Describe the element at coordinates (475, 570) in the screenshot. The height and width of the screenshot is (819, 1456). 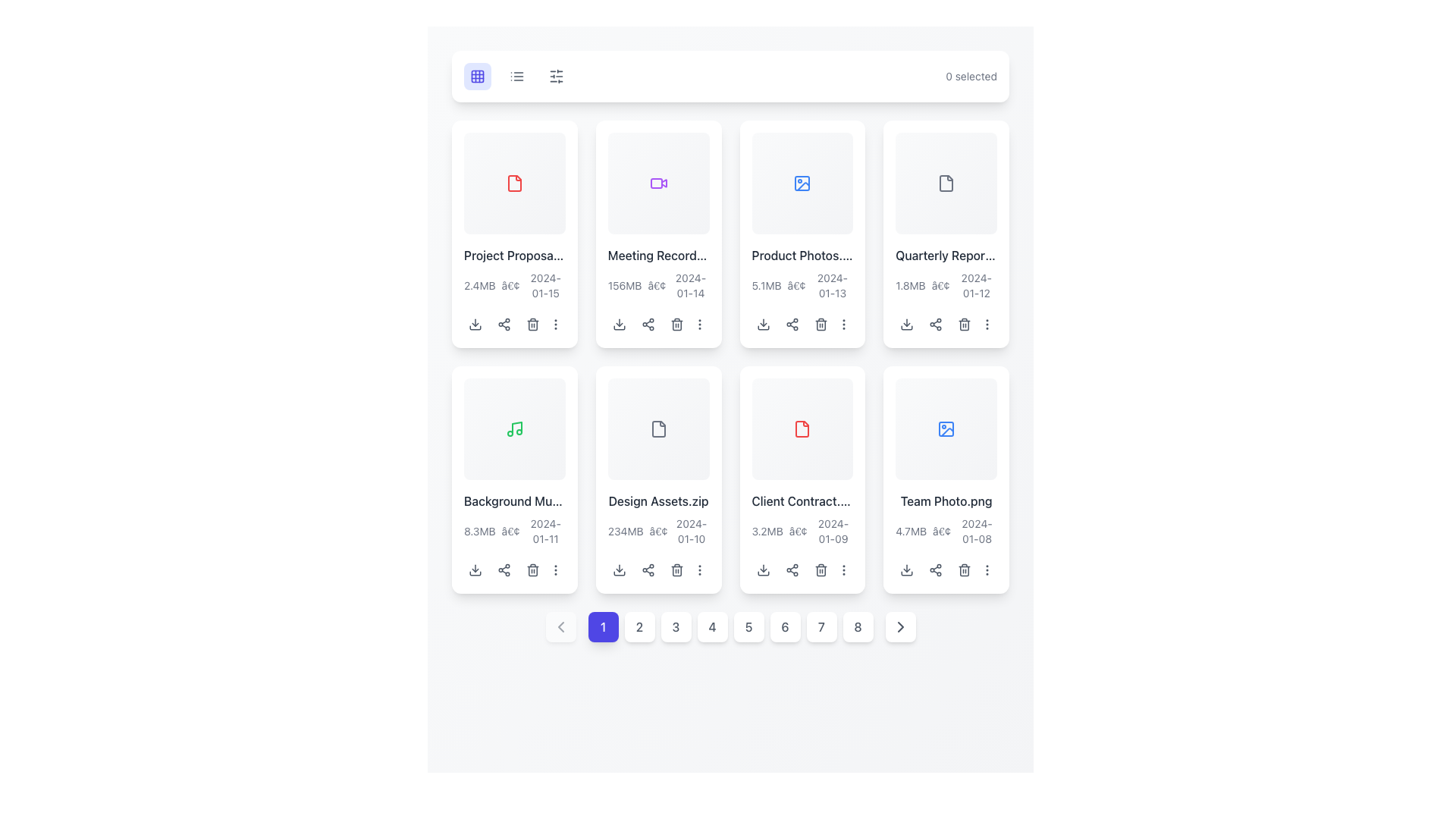
I see `the download icon located at the bottom of the 'Background Music.mp3' card to initiate a download action` at that location.